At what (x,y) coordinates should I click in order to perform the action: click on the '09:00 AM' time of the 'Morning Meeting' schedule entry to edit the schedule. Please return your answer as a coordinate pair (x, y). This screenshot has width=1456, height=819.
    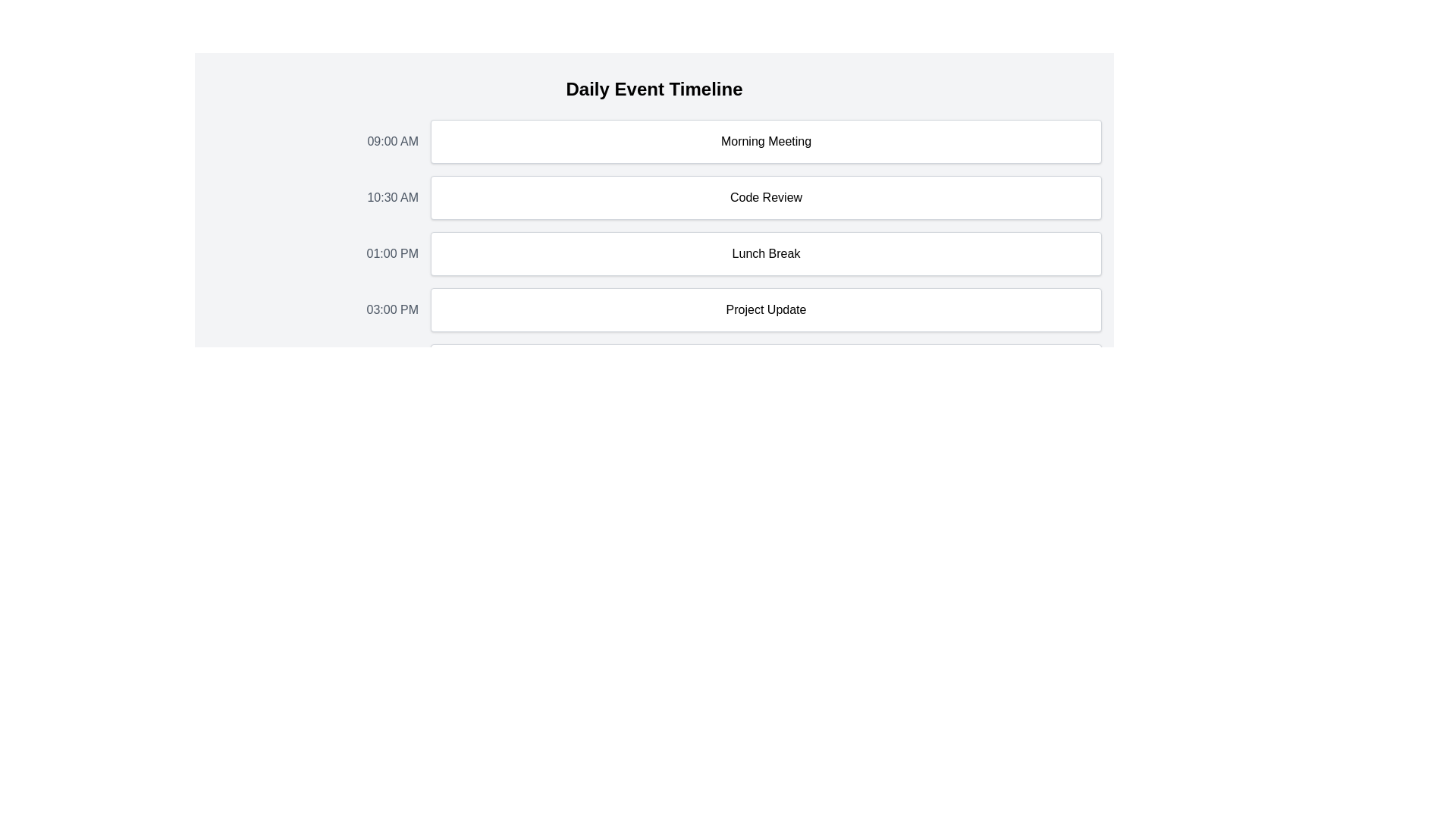
    Looking at the image, I should click on (654, 141).